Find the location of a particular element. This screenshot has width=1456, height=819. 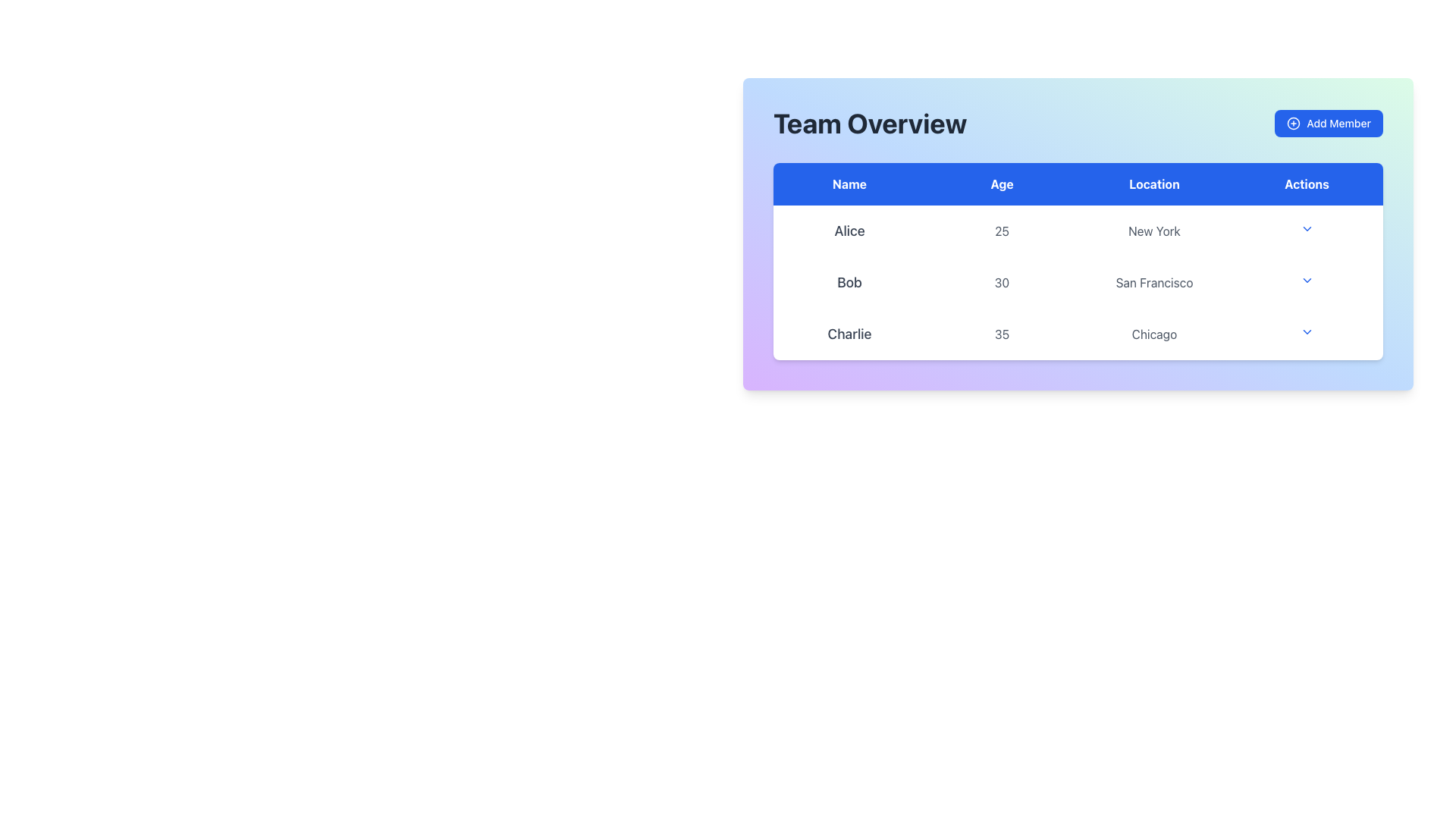

the text element displaying Bob's age, located in the second column of the table under the 'Age' header is located at coordinates (1002, 283).